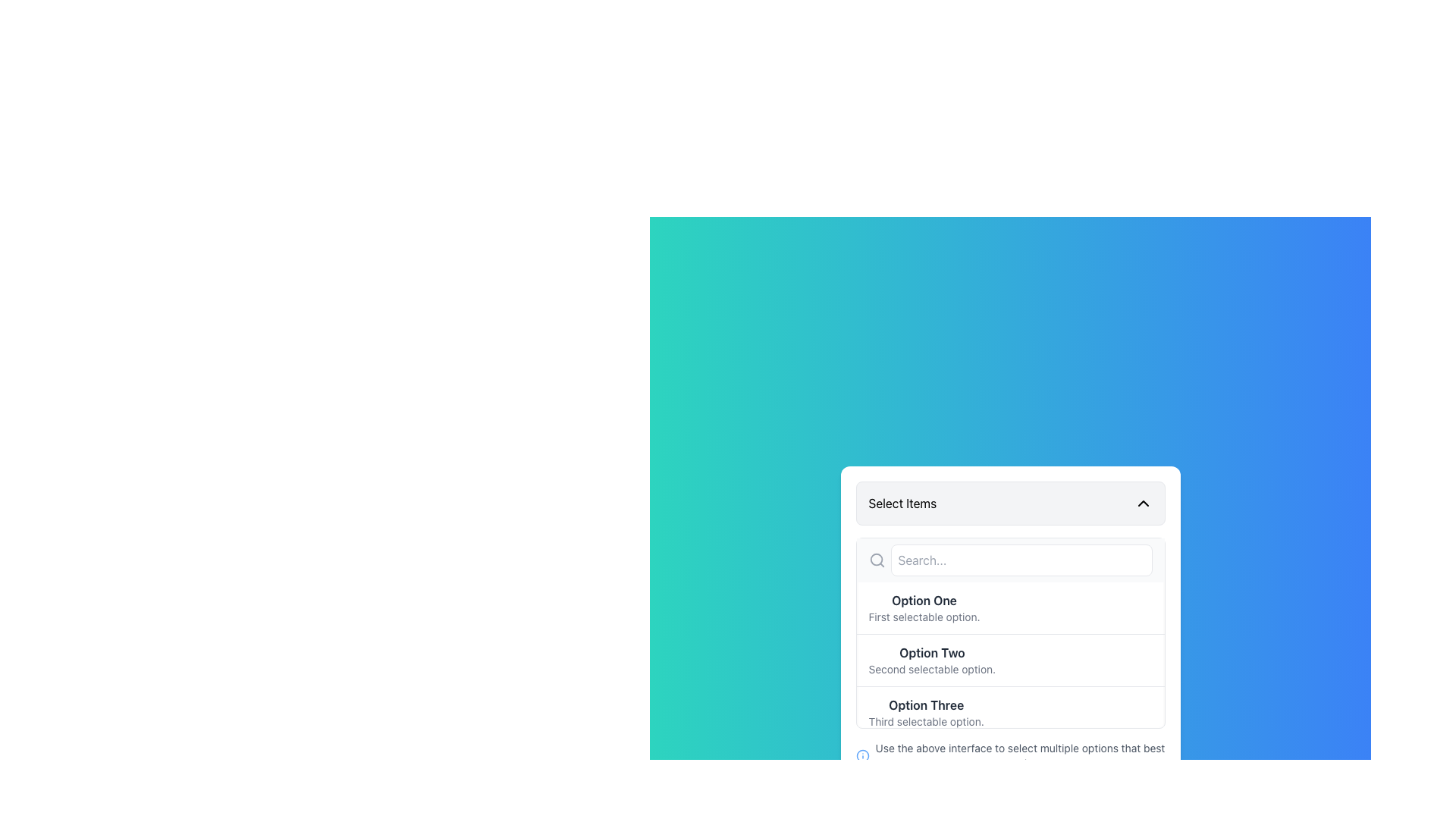 The width and height of the screenshot is (1456, 819). I want to click on the 'Option Two' label text, which is styled in bold dark gray and positioned in the middle of the selectable items in the 'Select Items' dropdown, directly below 'Option One', so click(931, 651).